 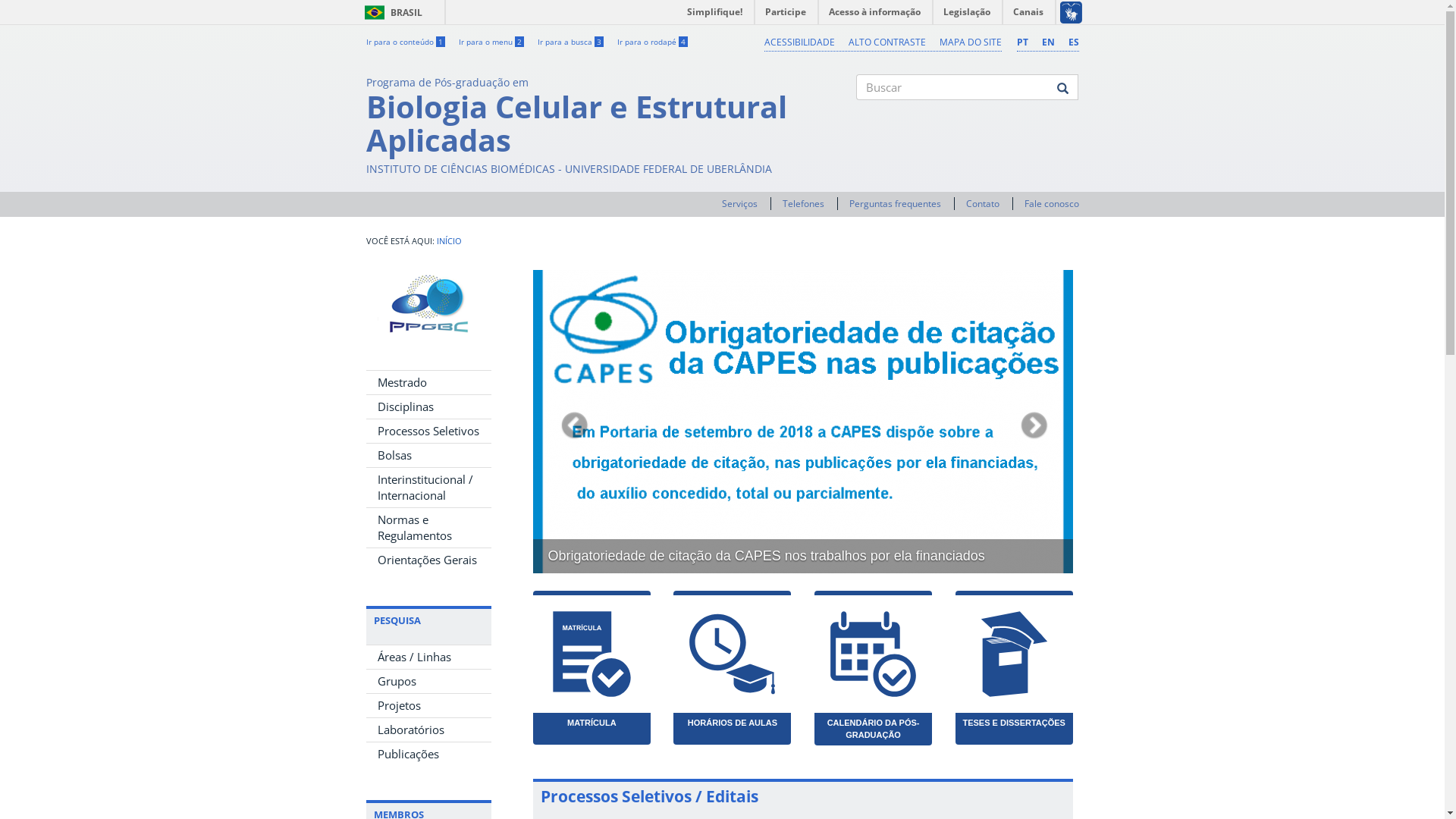 What do you see at coordinates (427, 680) in the screenshot?
I see `'Grupos'` at bounding box center [427, 680].